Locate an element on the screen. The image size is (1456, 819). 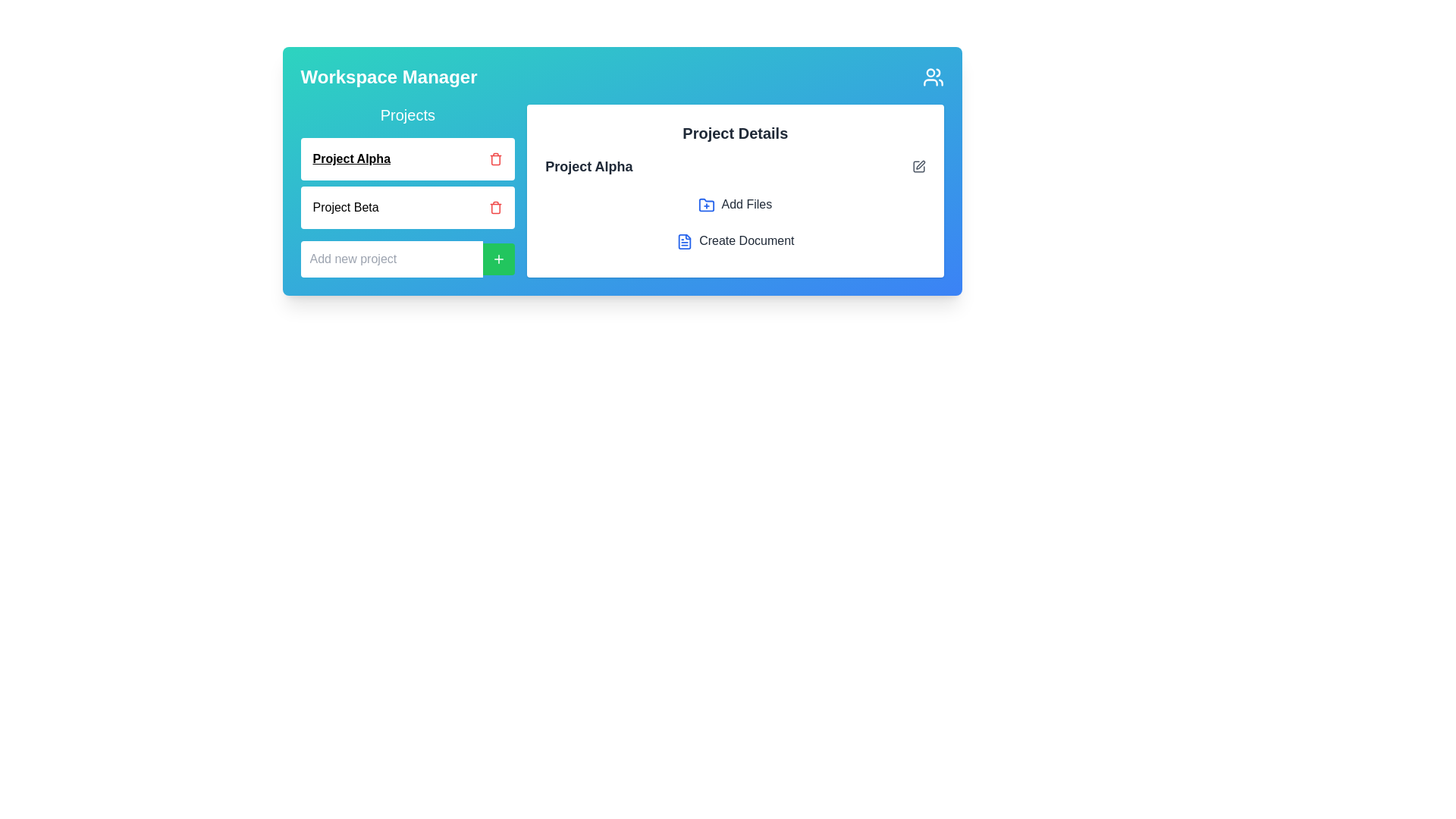
the 'Projects' text label, which is displayed in a medium-weight, extra-large font on a vibrant teal background, located in the top-left segment of the interface, above the project titles is located at coordinates (407, 114).